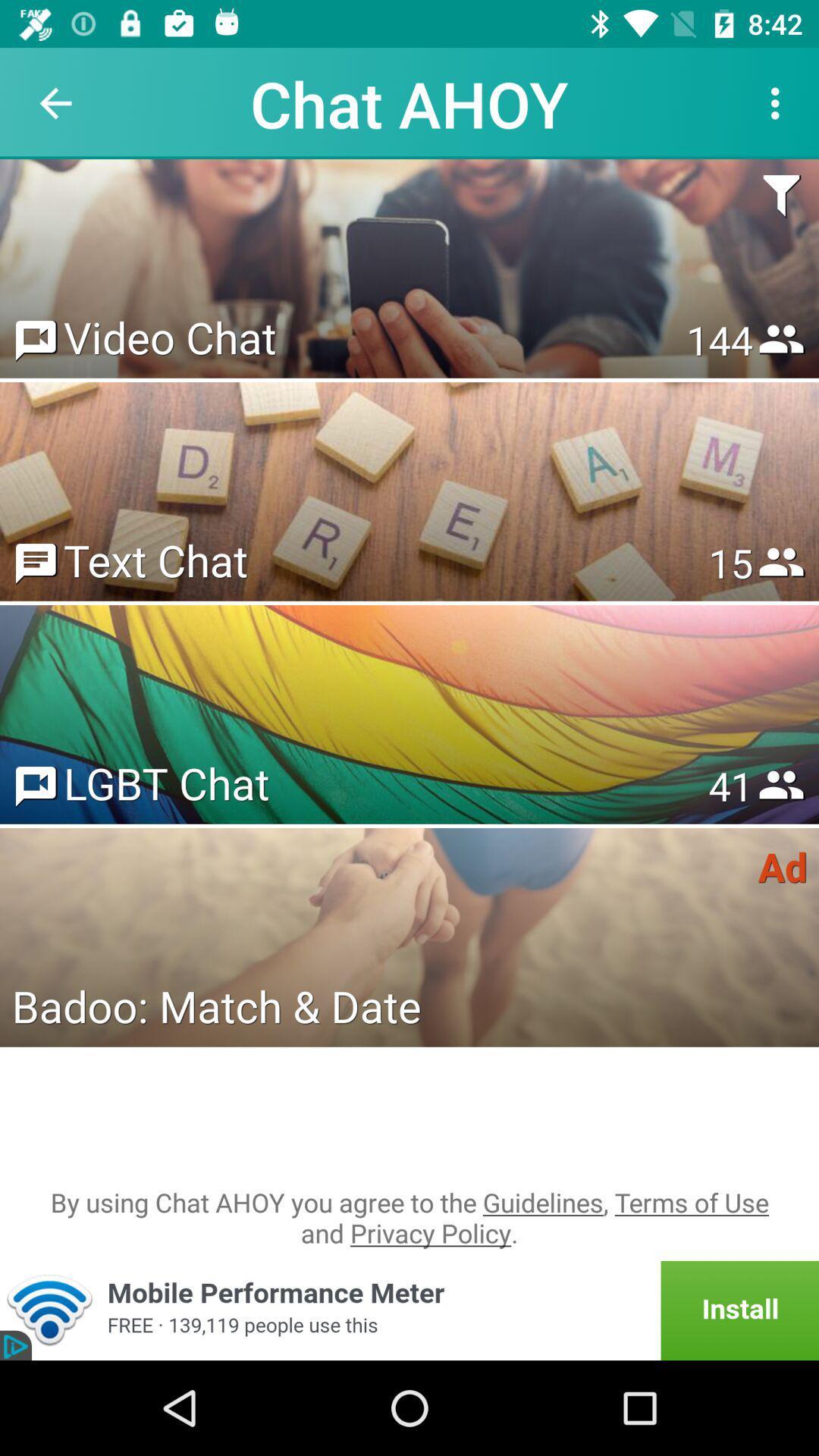  I want to click on the icon to the left of 153 item, so click(170, 336).